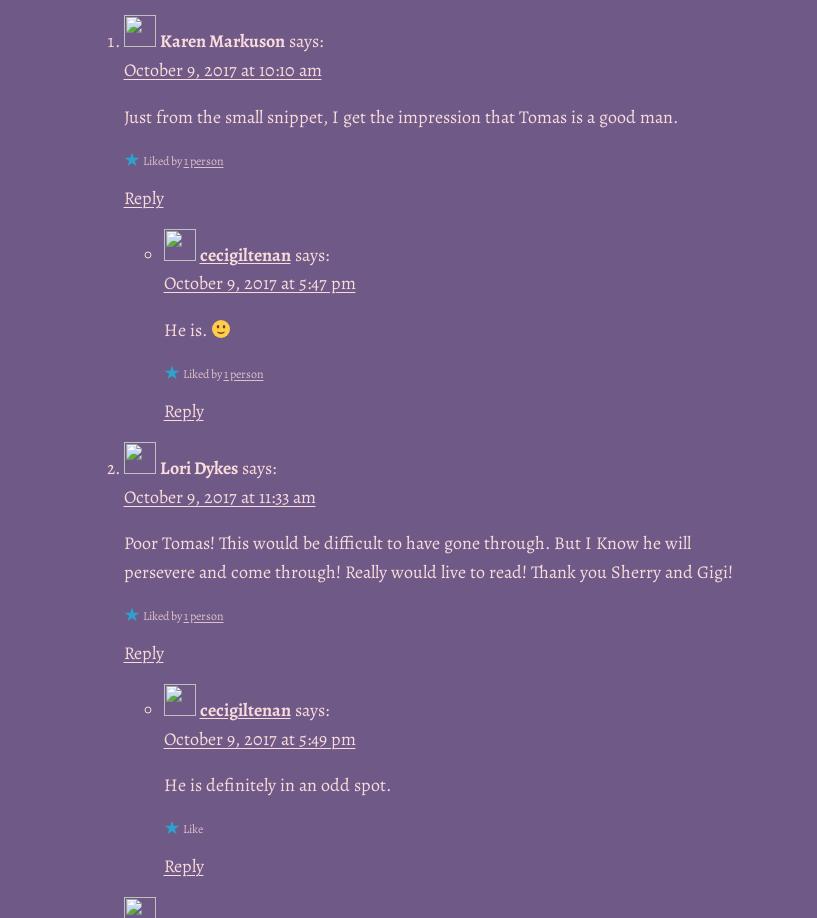 This screenshot has width=817, height=918. What do you see at coordinates (220, 70) in the screenshot?
I see `'October 9, 2017 at 10:10 am'` at bounding box center [220, 70].